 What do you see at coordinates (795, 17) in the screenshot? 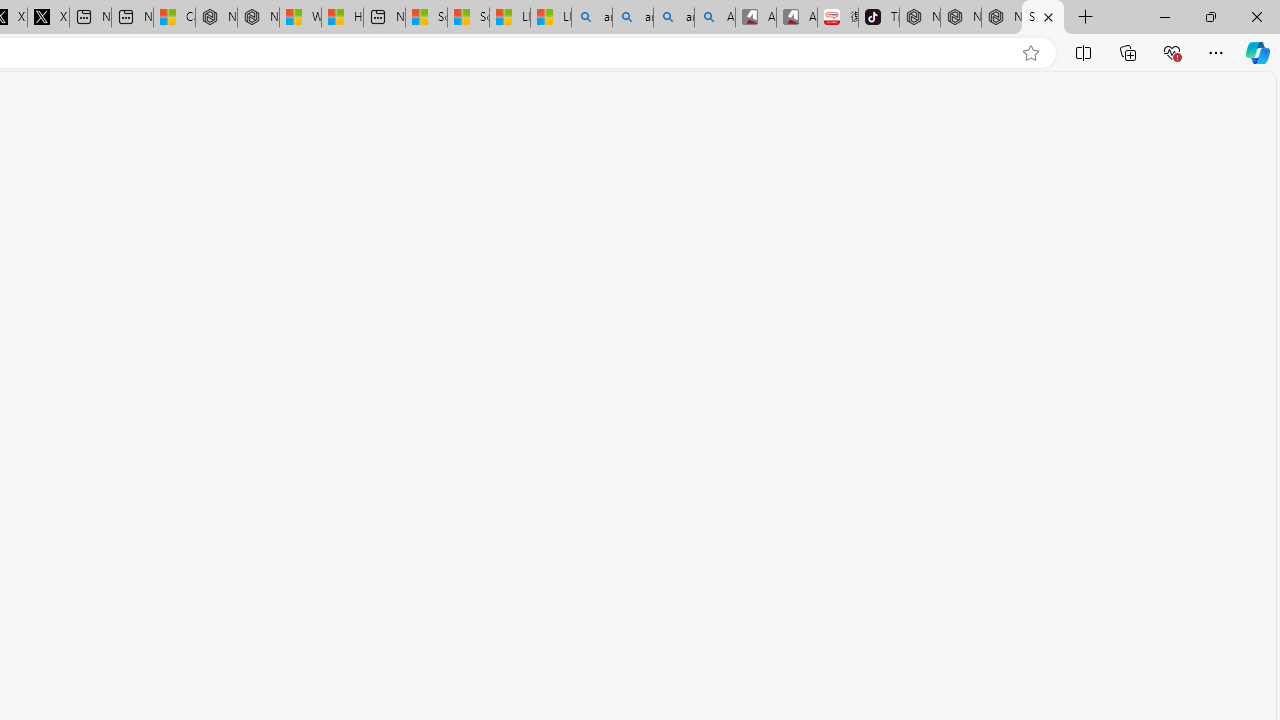
I see `'All Cubot phones'` at bounding box center [795, 17].